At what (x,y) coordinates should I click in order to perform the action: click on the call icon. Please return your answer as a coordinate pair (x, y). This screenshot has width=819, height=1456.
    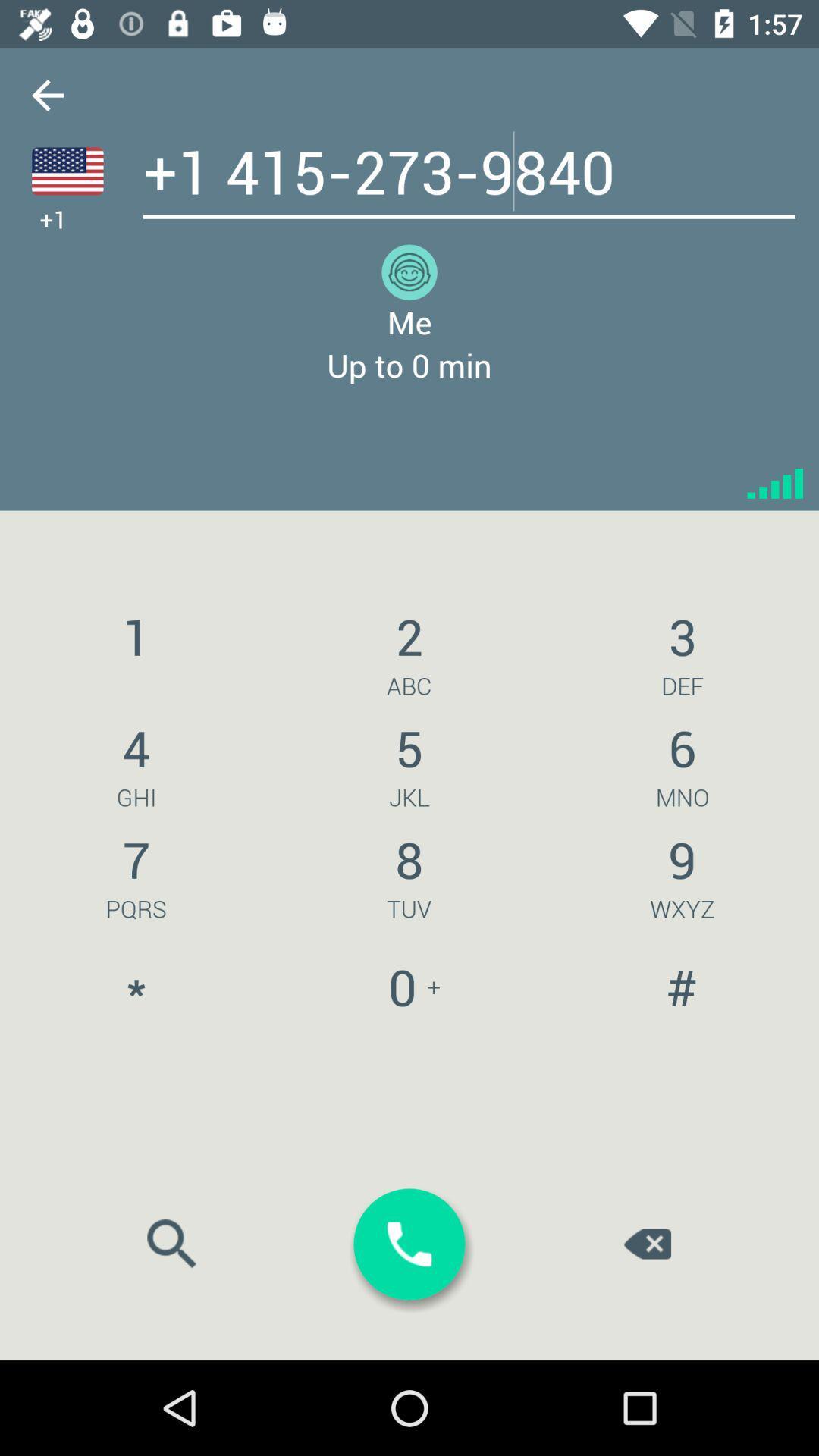
    Looking at the image, I should click on (409, 1244).